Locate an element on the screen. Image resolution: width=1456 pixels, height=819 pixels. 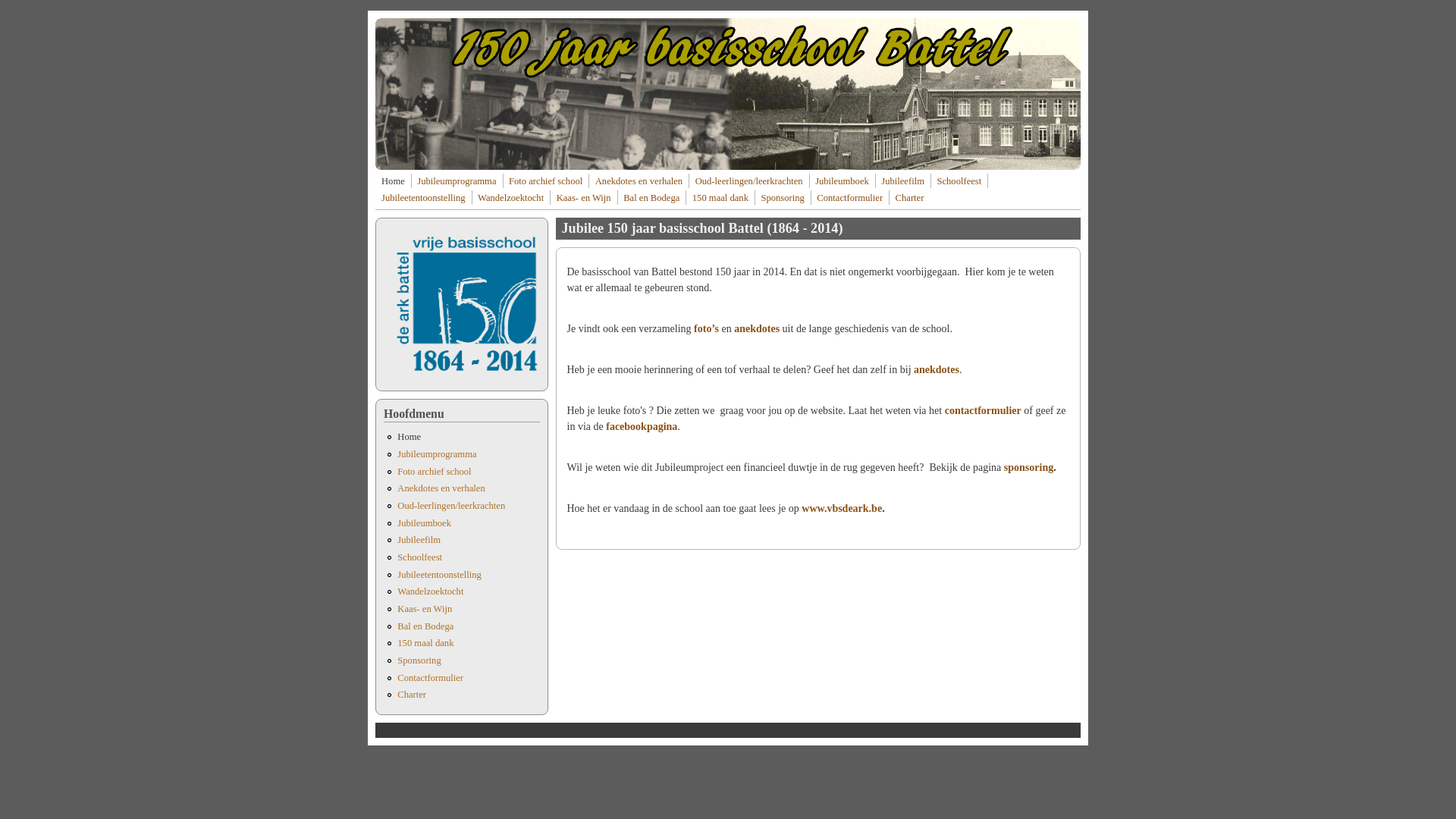
'contactformulier' is located at coordinates (983, 410).